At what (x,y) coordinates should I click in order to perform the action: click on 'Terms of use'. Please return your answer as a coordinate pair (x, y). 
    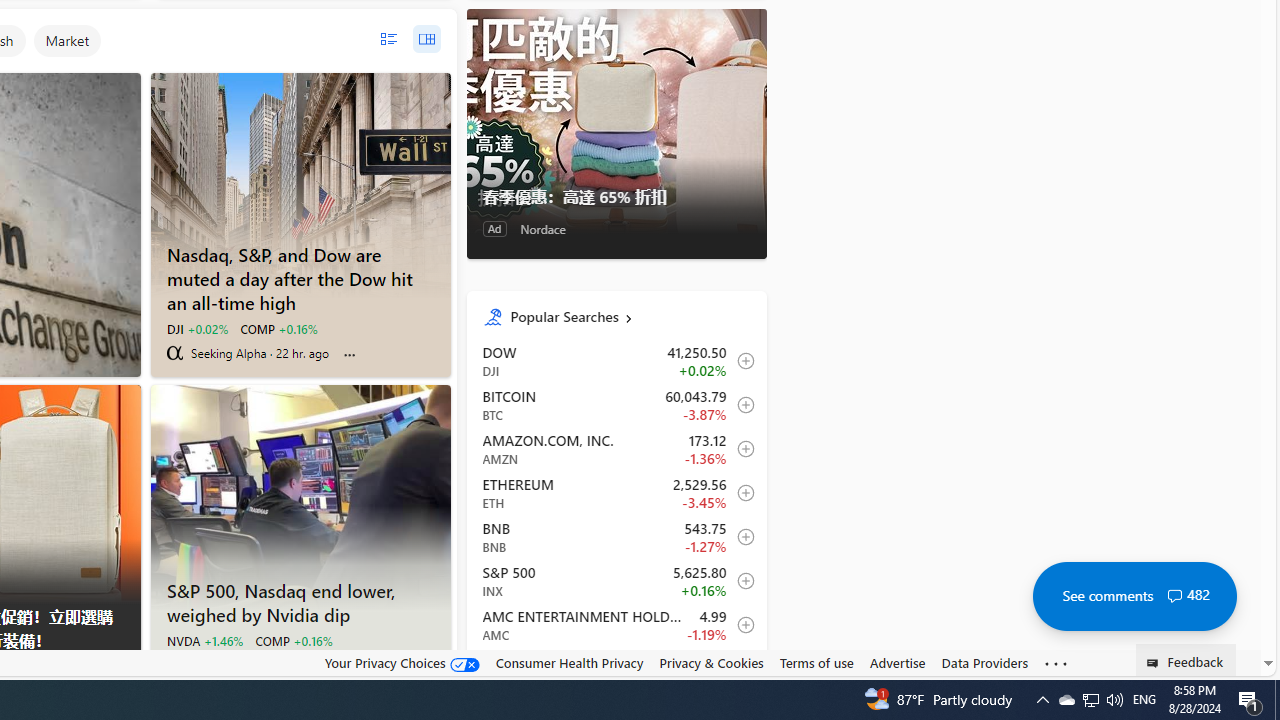
    Looking at the image, I should click on (816, 662).